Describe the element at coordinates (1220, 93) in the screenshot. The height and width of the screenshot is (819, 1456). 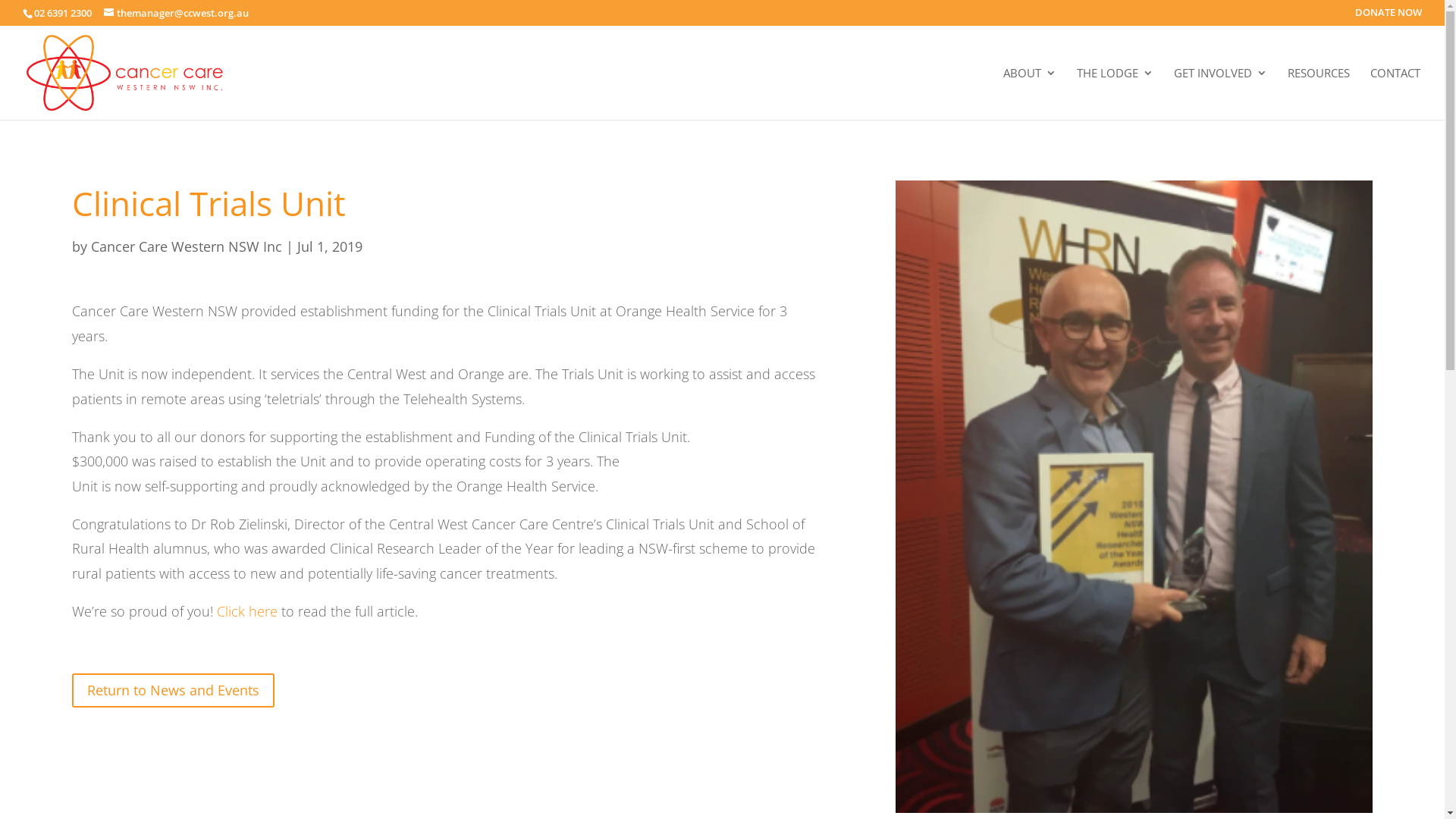
I see `'GET INVOLVED'` at that location.